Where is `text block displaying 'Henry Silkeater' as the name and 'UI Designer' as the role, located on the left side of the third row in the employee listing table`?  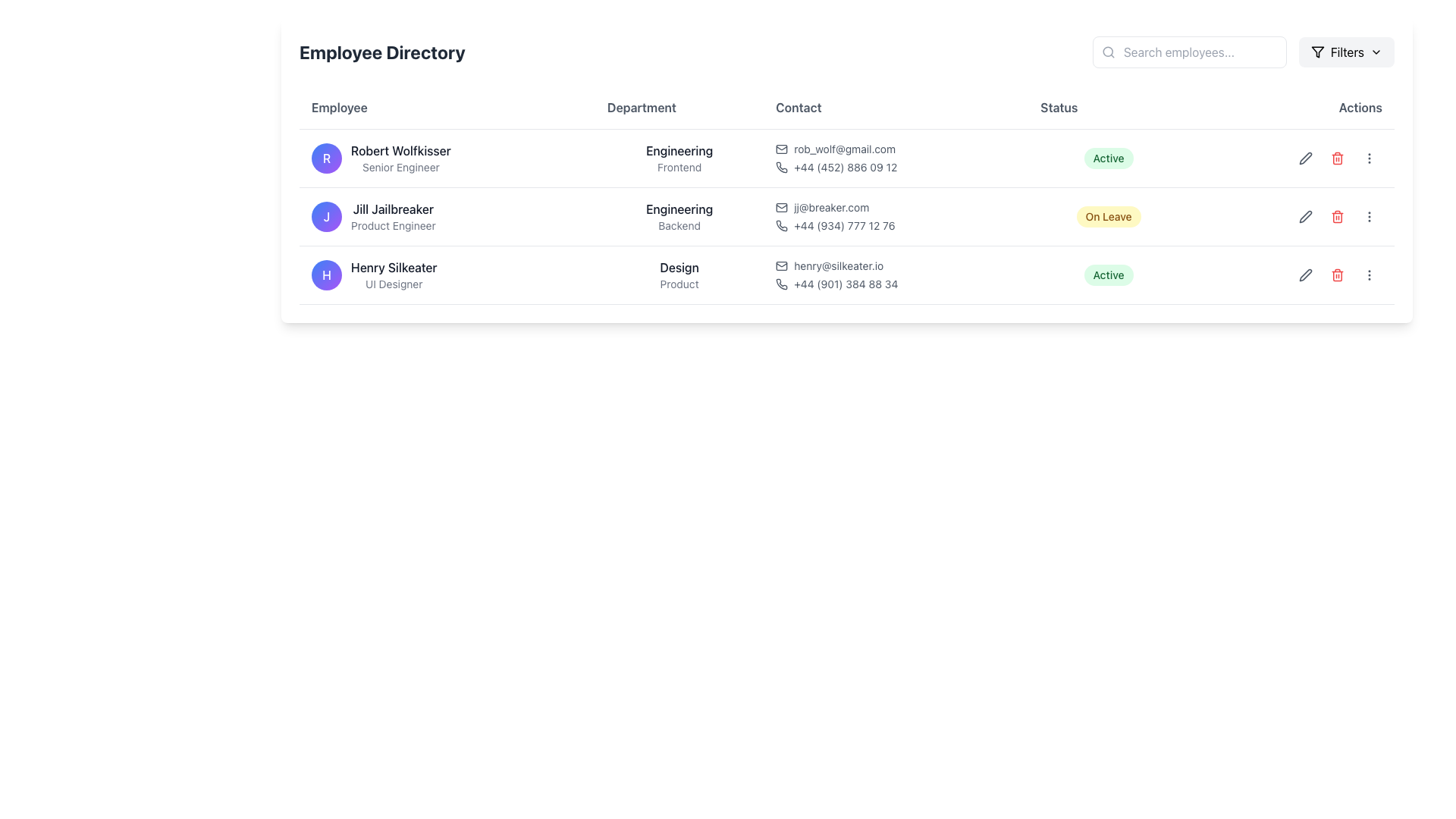 text block displaying 'Henry Silkeater' as the name and 'UI Designer' as the role, located on the left side of the third row in the employee listing table is located at coordinates (394, 275).